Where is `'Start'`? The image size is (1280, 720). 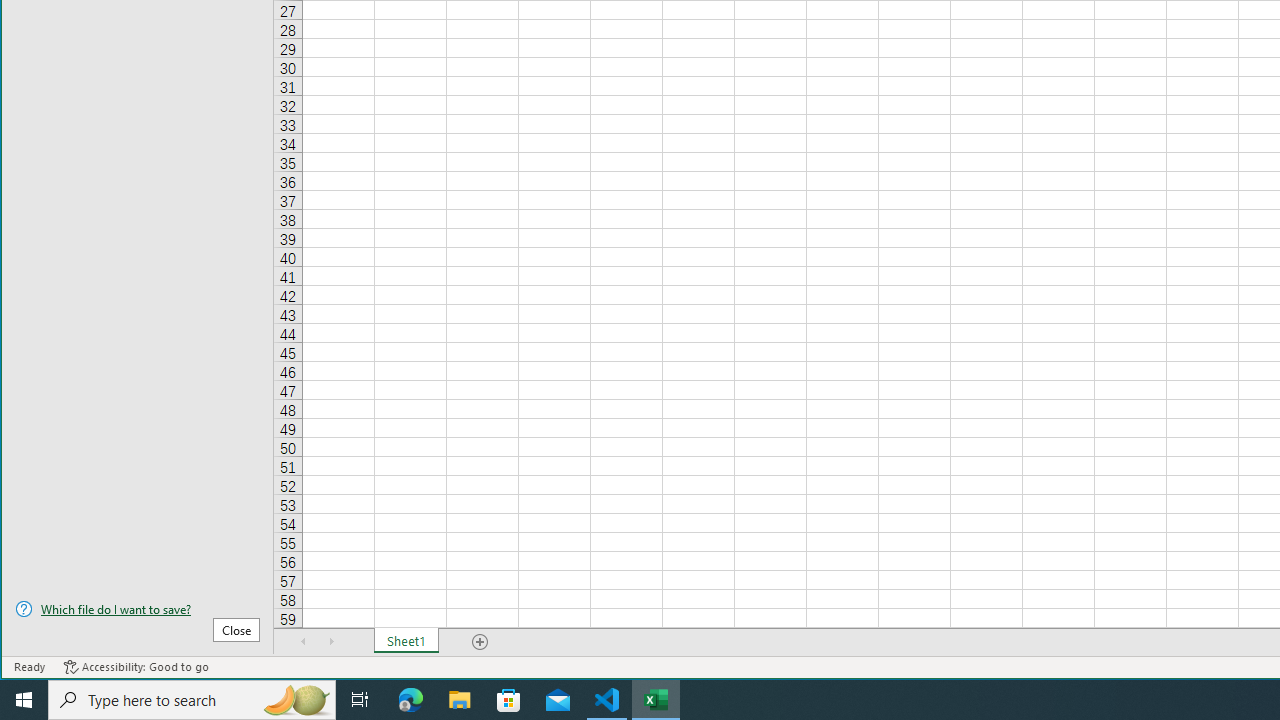 'Start' is located at coordinates (24, 698).